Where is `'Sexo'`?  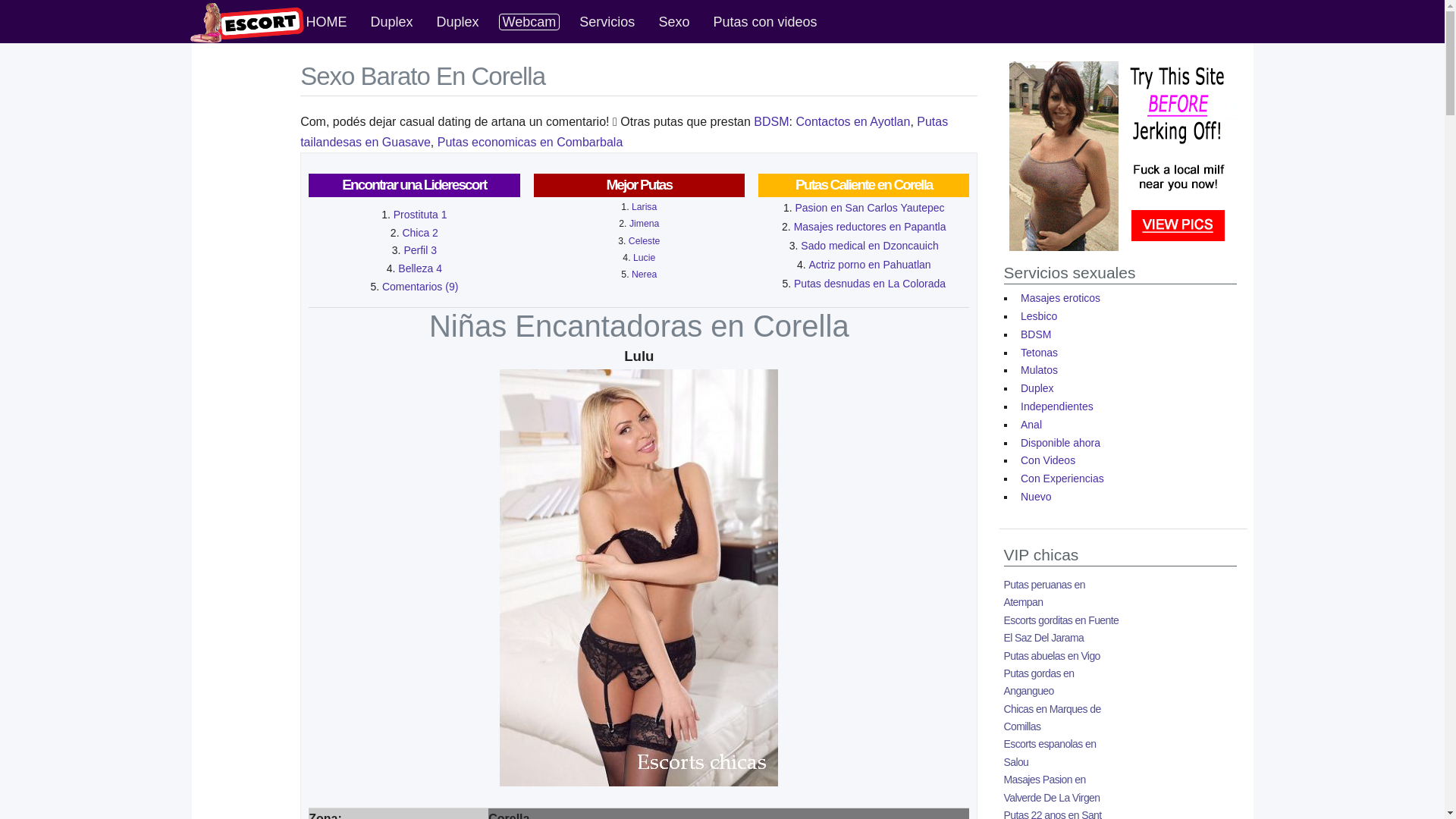
'Sexo' is located at coordinates (673, 22).